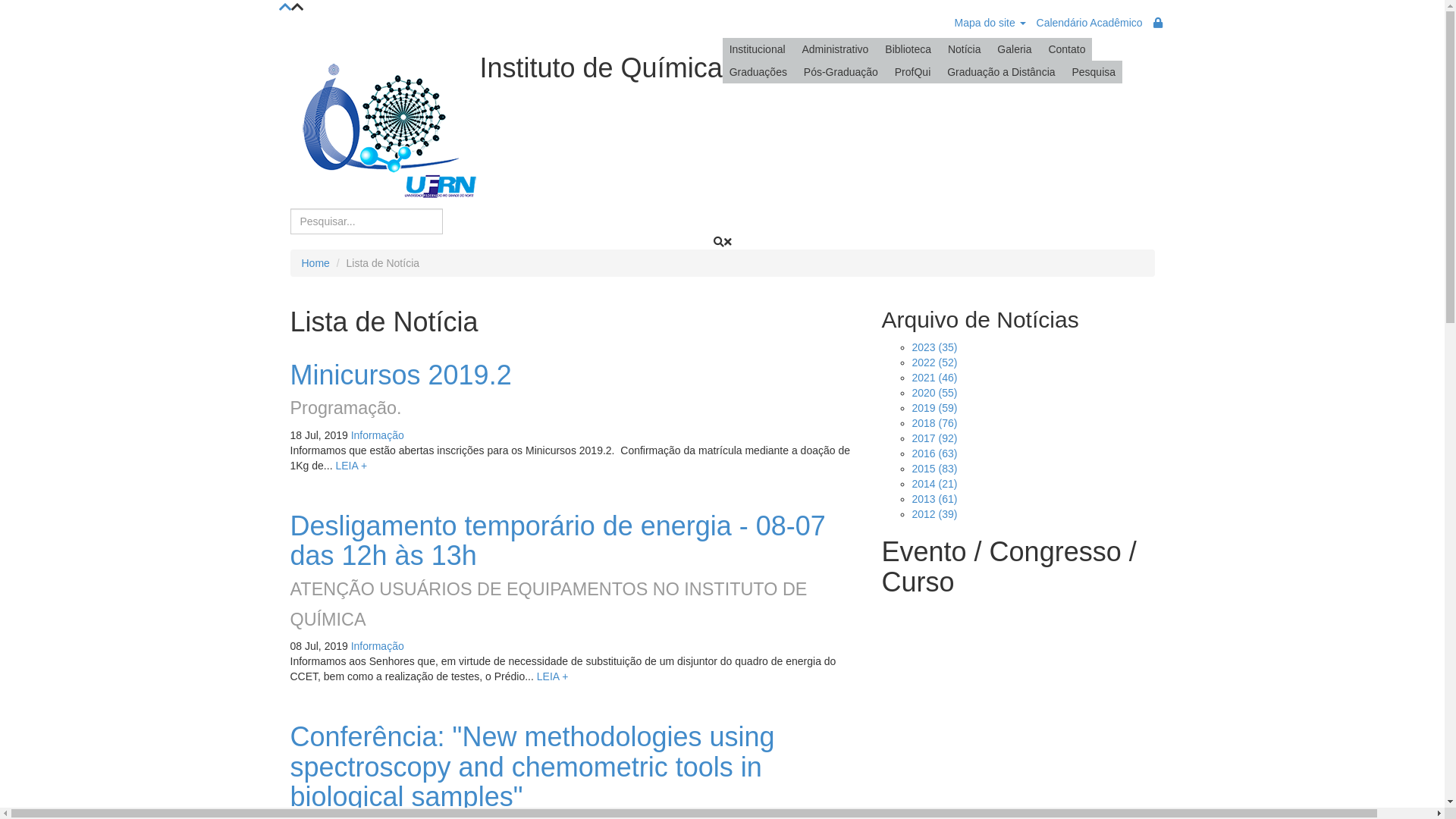  I want to click on '2012 (39)', so click(934, 513).